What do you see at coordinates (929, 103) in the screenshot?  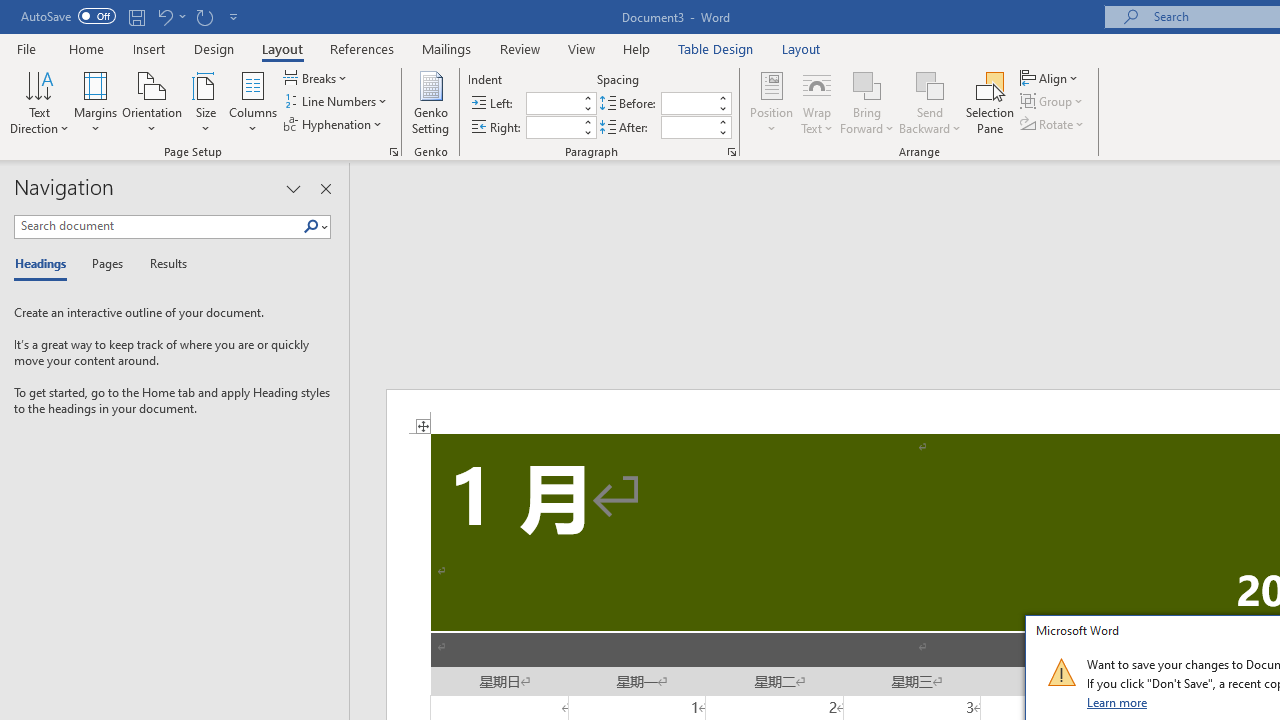 I see `'Send Backward'` at bounding box center [929, 103].